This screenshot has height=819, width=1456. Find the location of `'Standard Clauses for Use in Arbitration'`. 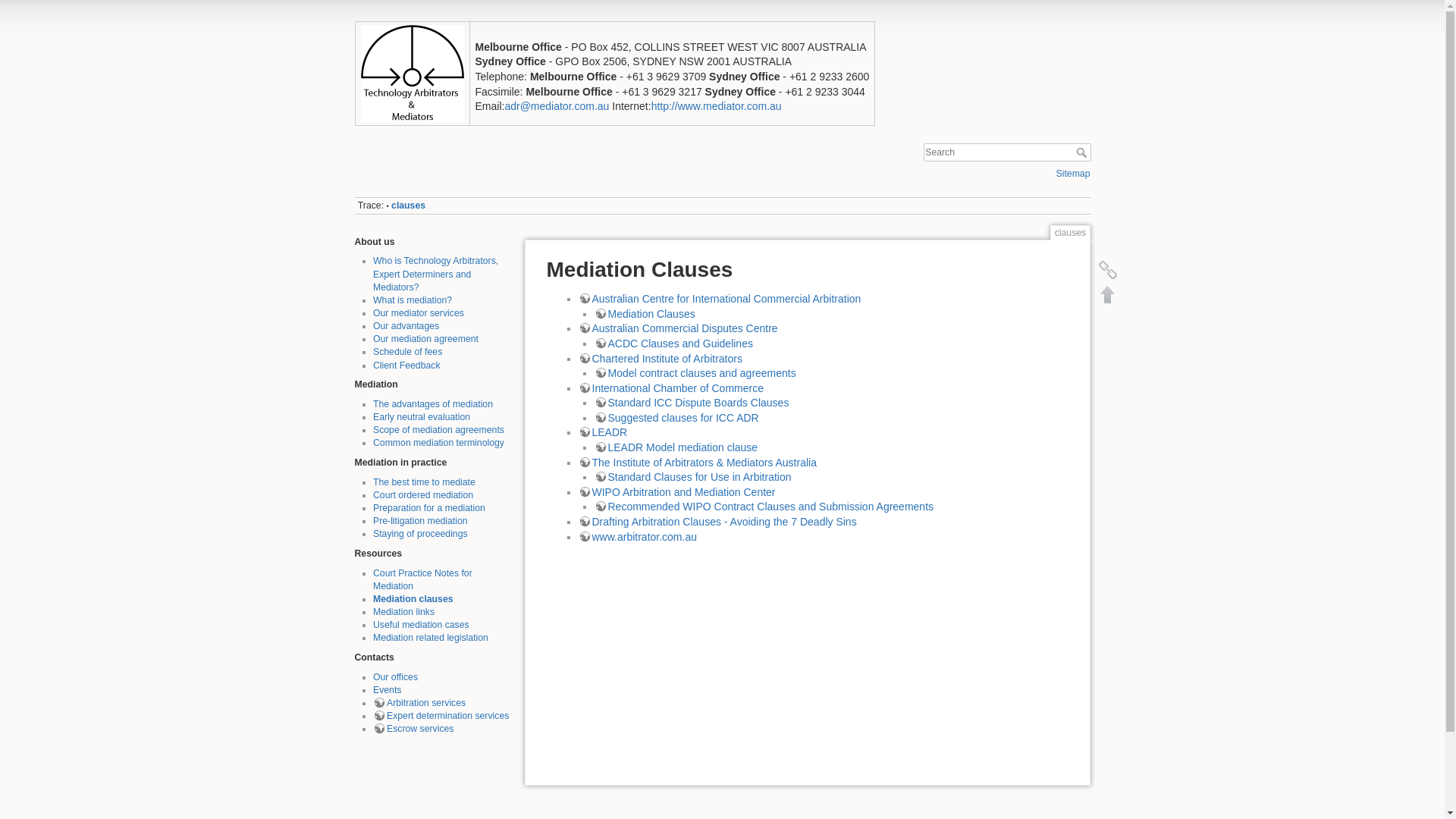

'Standard Clauses for Use in Arbitration' is located at coordinates (692, 475).